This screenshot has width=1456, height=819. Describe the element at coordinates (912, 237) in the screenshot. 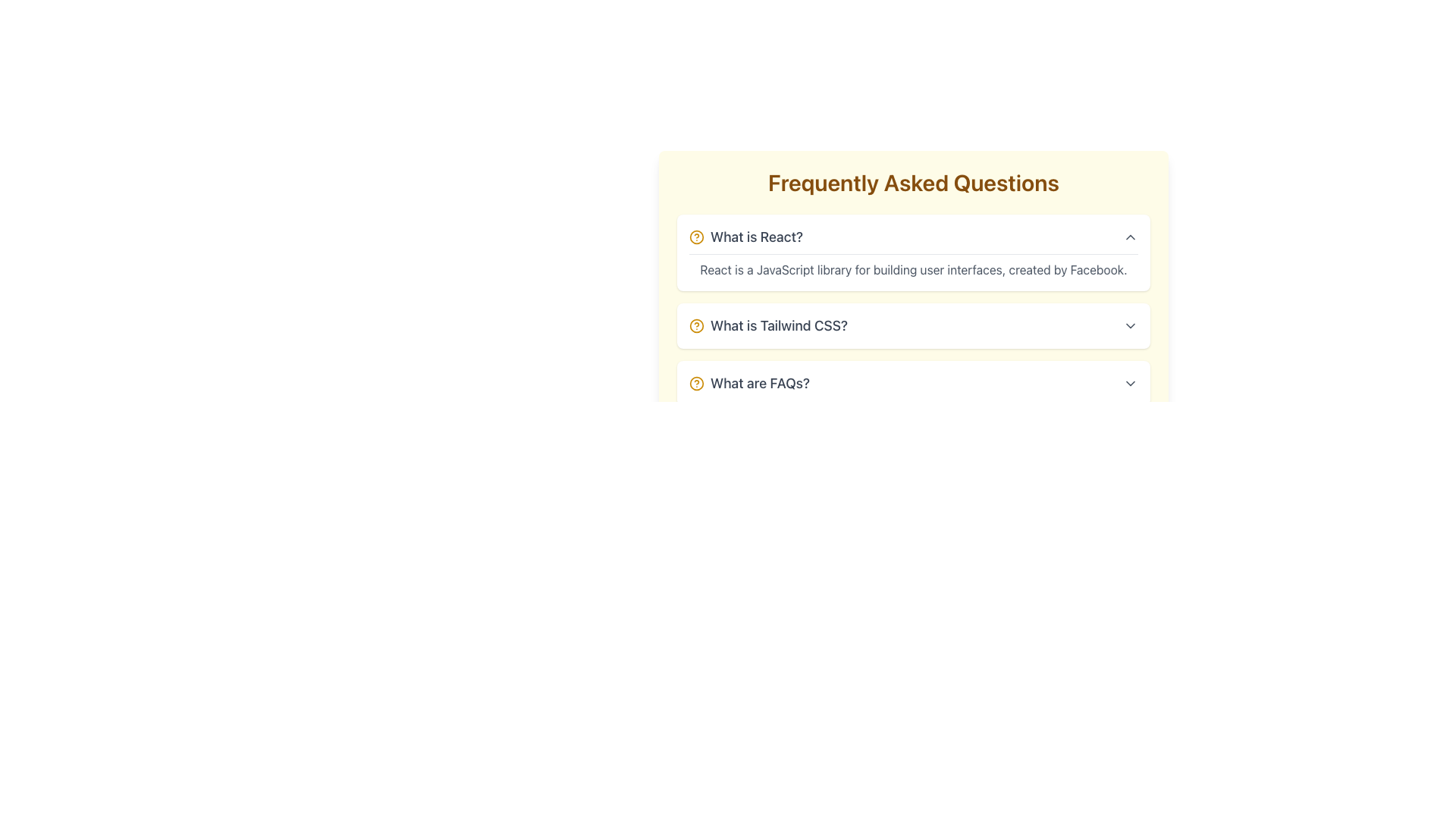

I see `the clickable header for the question 'What is React?' located in the 'Frequently Asked Questions' section for keyboard navigation` at that location.